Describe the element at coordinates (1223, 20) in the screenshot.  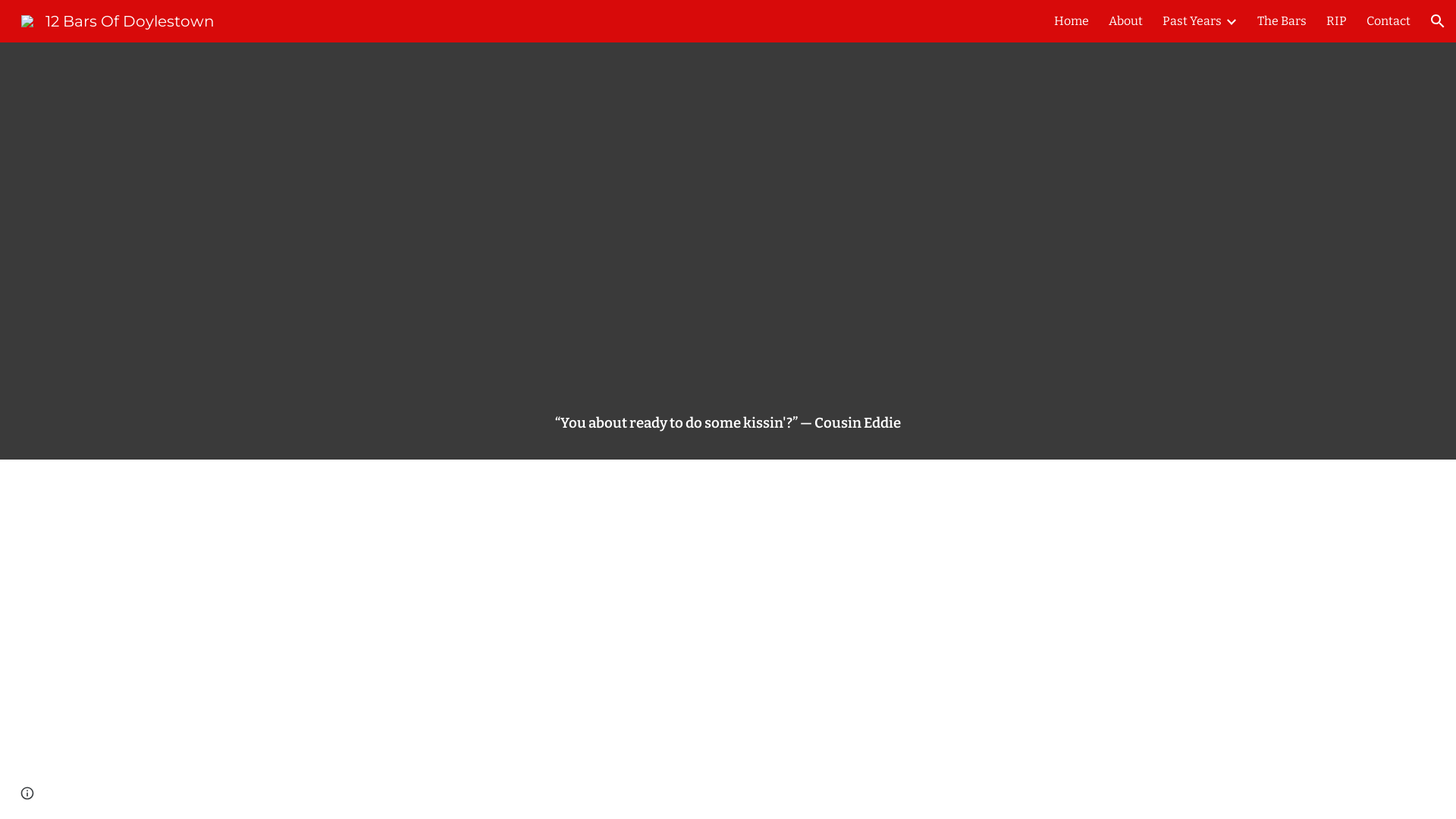
I see `'Expand/Collapse'` at that location.